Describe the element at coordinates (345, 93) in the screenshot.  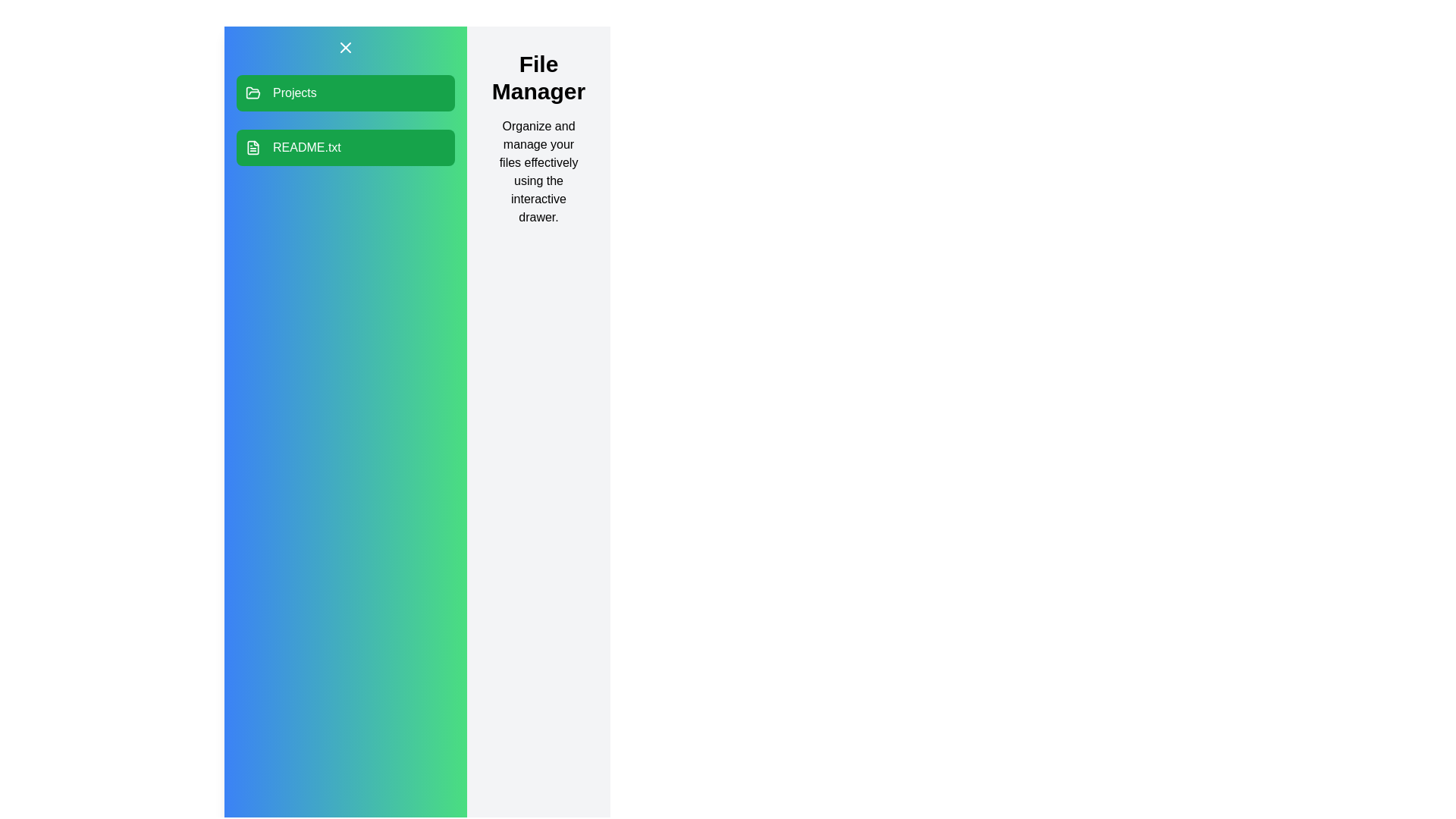
I see `the 'Projects' folder to view its contents` at that location.